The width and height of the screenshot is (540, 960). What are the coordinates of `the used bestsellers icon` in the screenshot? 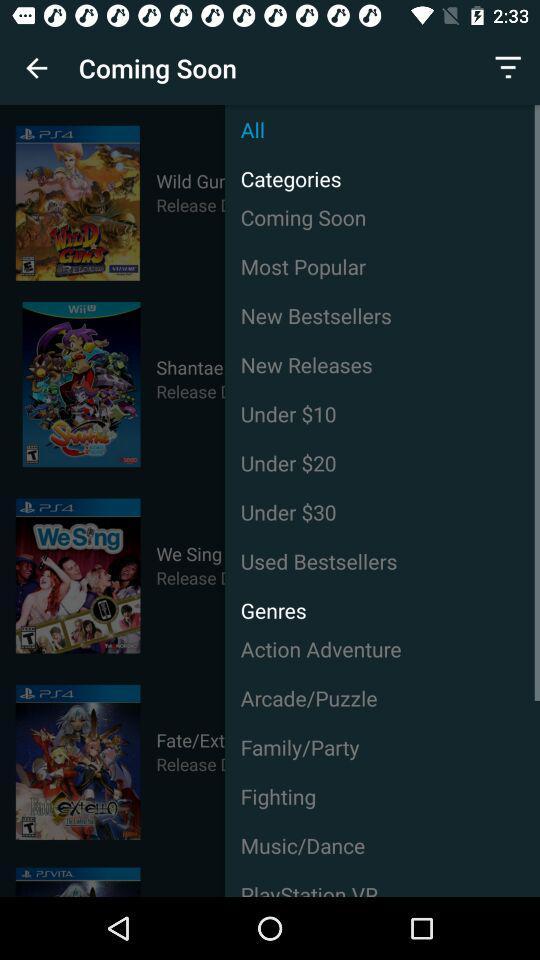 It's located at (382, 561).